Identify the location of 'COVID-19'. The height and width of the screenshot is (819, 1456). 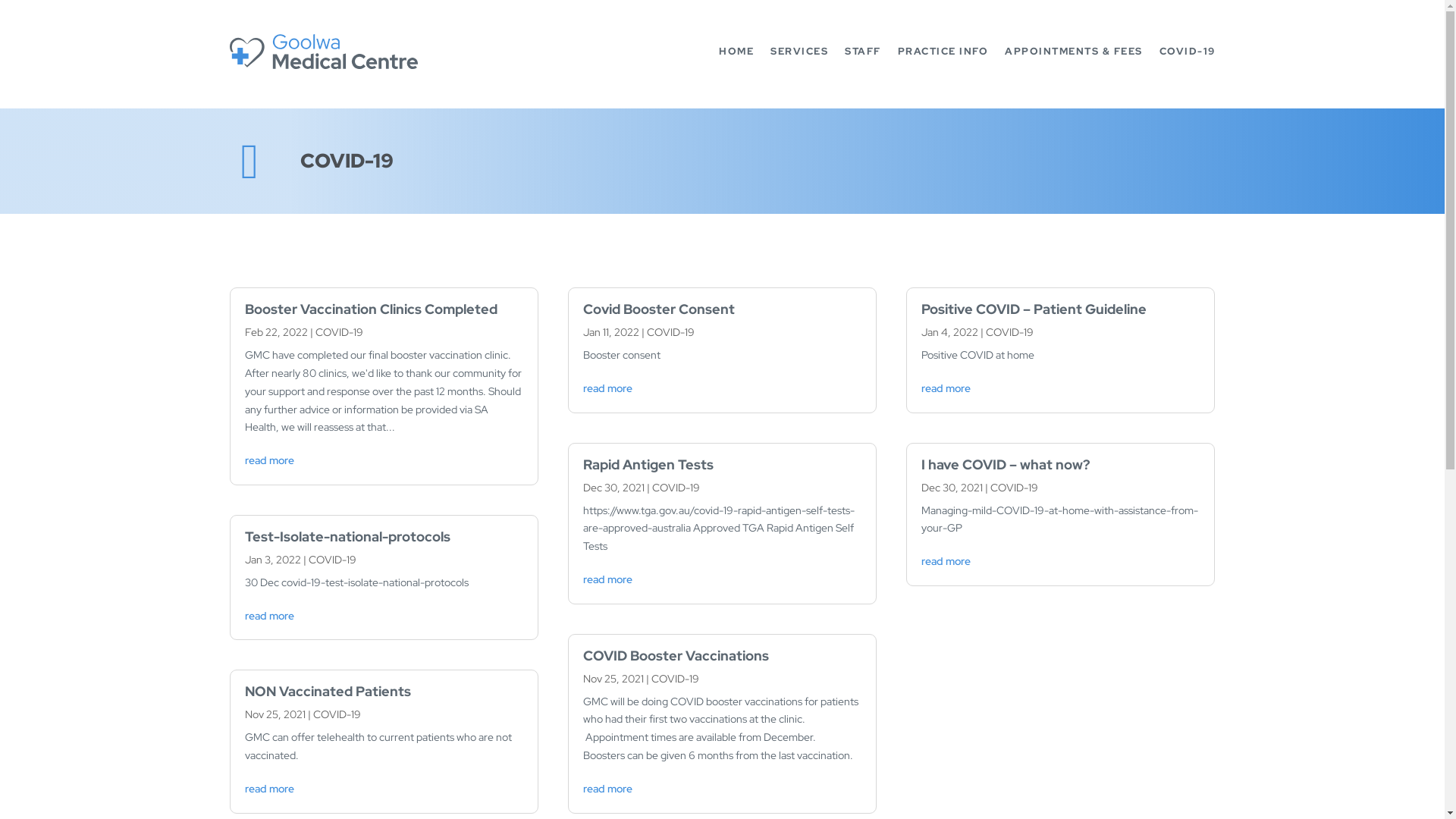
(675, 488).